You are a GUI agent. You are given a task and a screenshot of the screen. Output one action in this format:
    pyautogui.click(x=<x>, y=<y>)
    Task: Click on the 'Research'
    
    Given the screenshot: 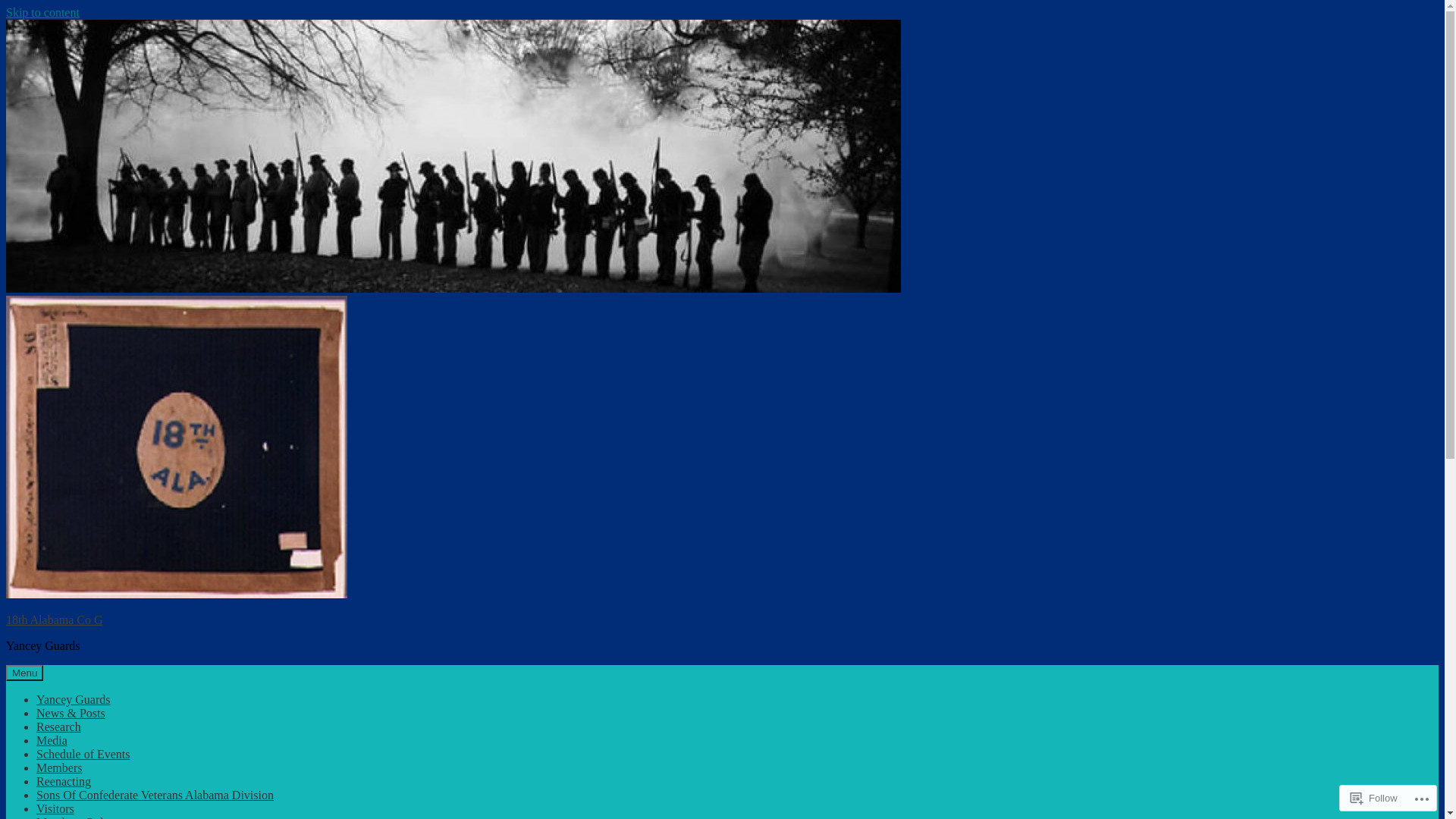 What is the action you would take?
    pyautogui.click(x=58, y=726)
    